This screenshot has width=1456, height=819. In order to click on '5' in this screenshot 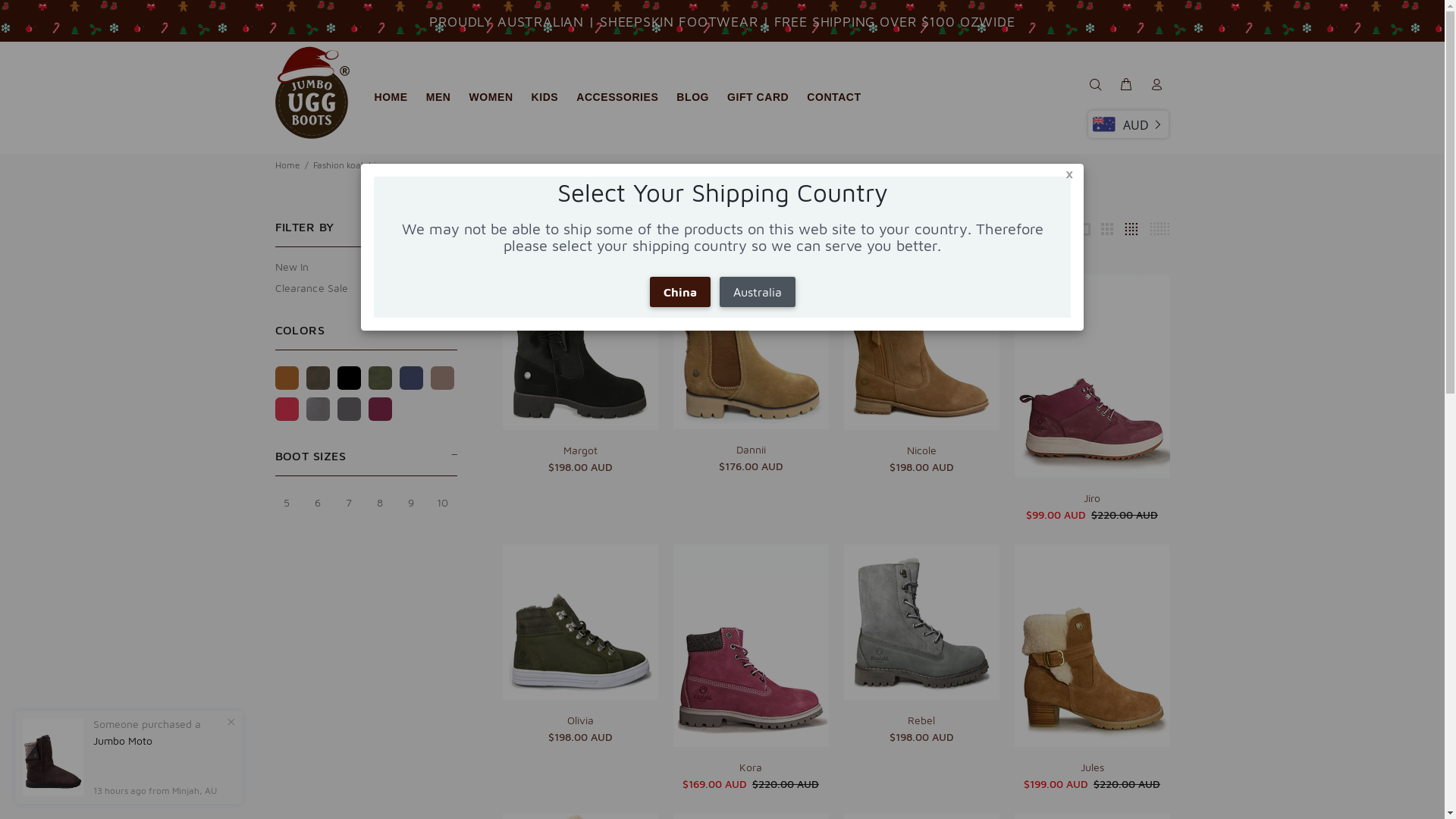, I will do `click(286, 503)`.